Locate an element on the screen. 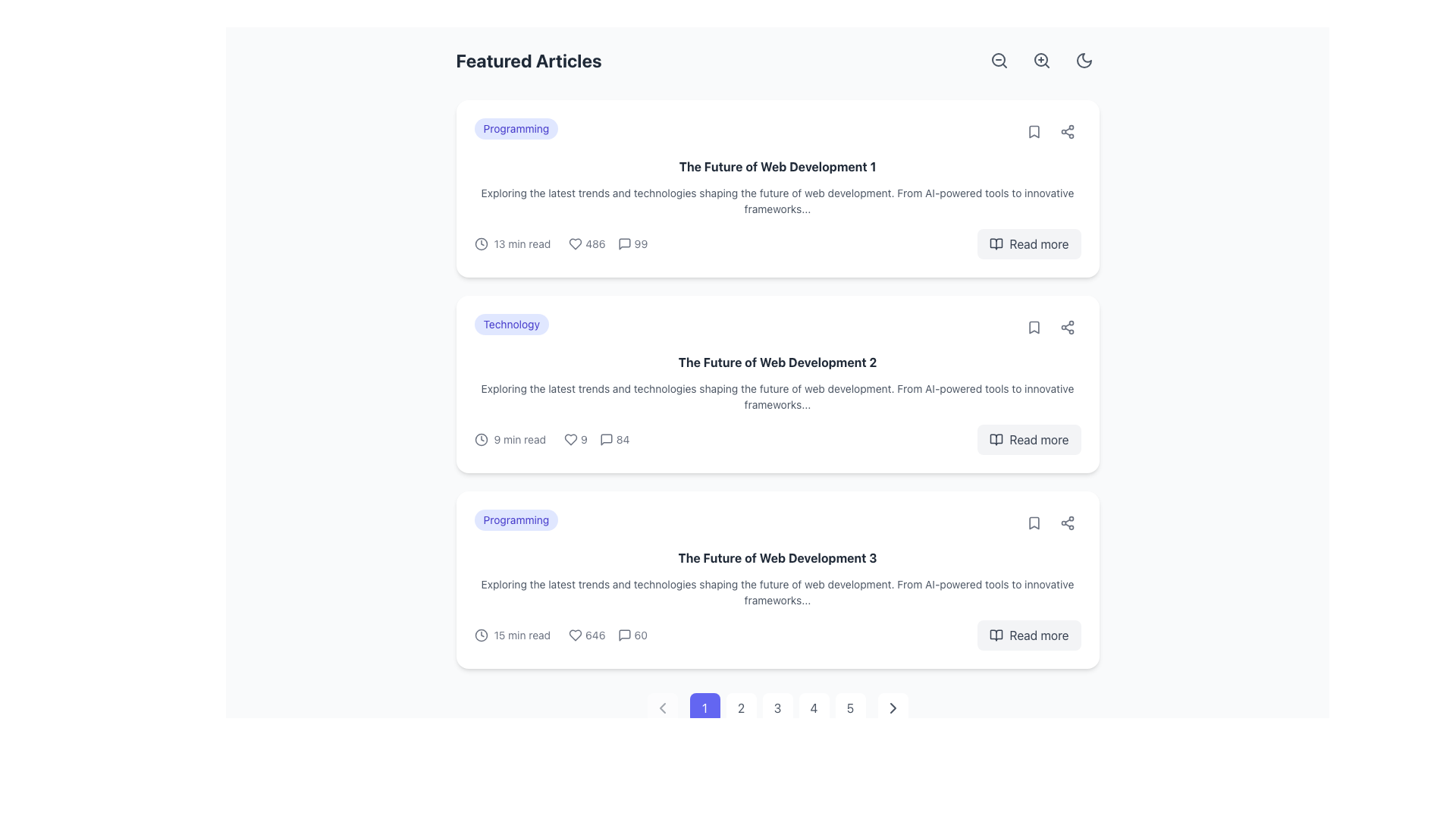 The height and width of the screenshot is (819, 1456). the numerical indicator '60' accompanied by a message icon, which is the last element in a row layout that includes another numerical indicator '646' and a heart icon is located at coordinates (632, 635).